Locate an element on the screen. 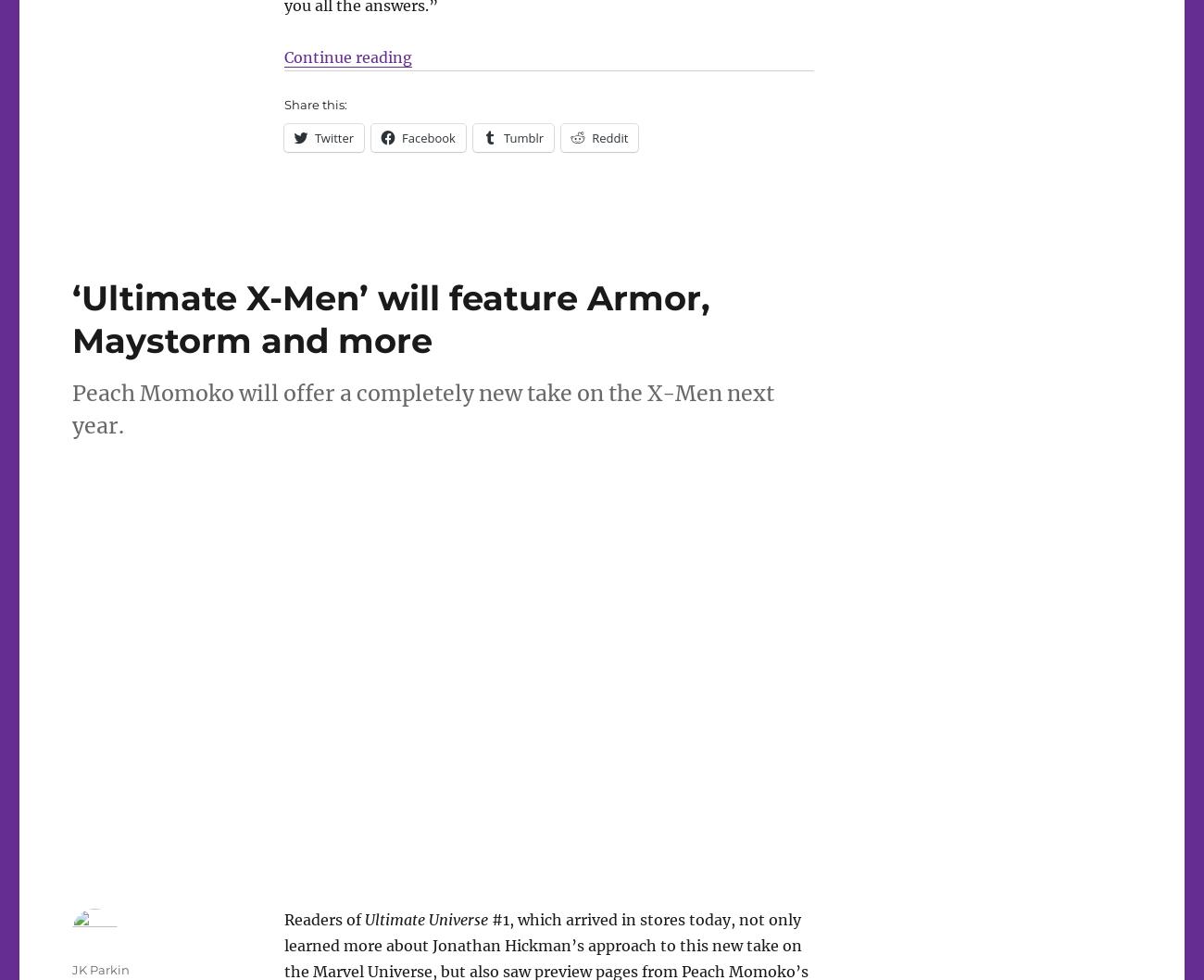  'Facebook' is located at coordinates (427, 136).